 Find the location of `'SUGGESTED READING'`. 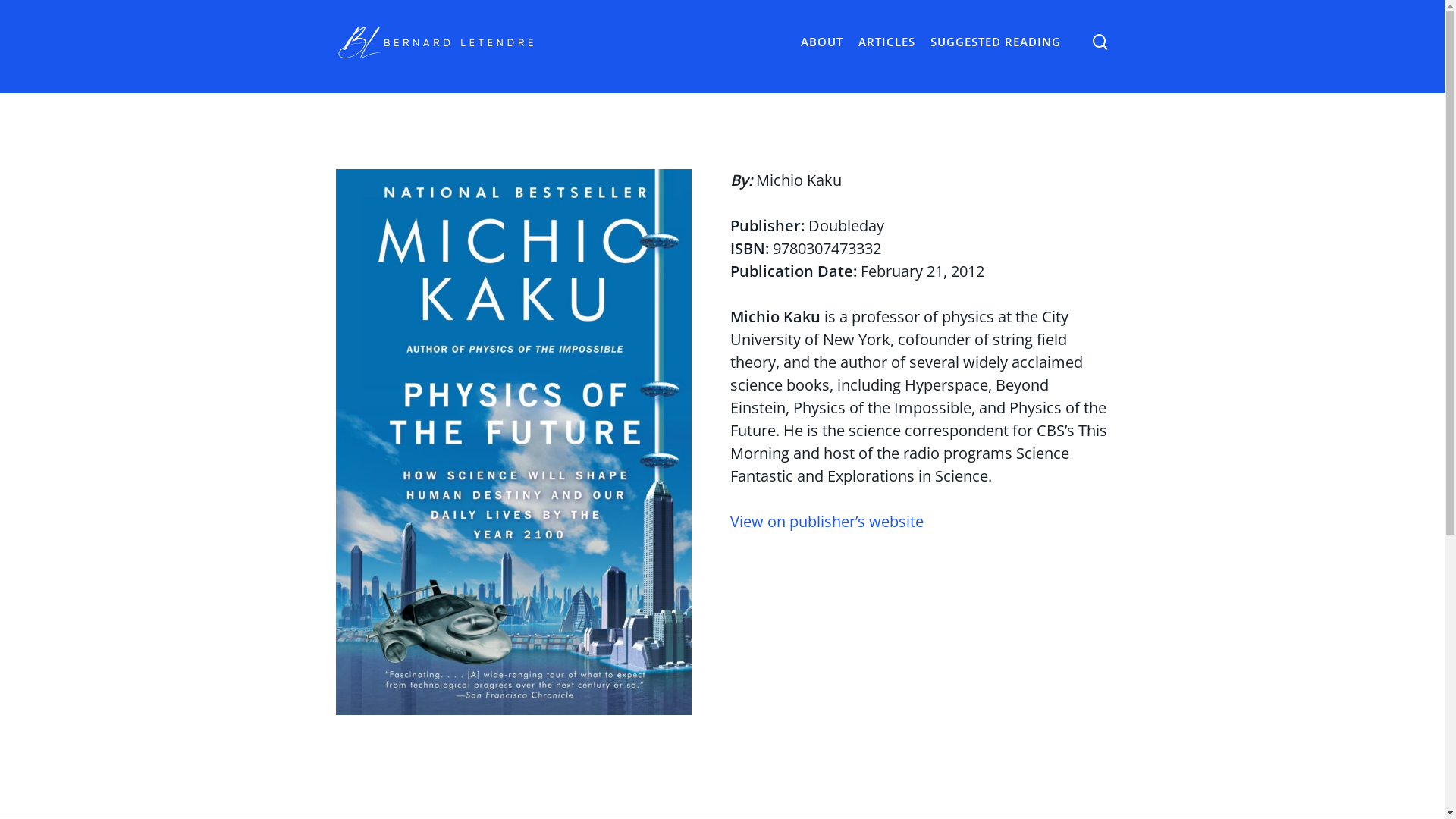

'SUGGESTED READING' is located at coordinates (928, 40).